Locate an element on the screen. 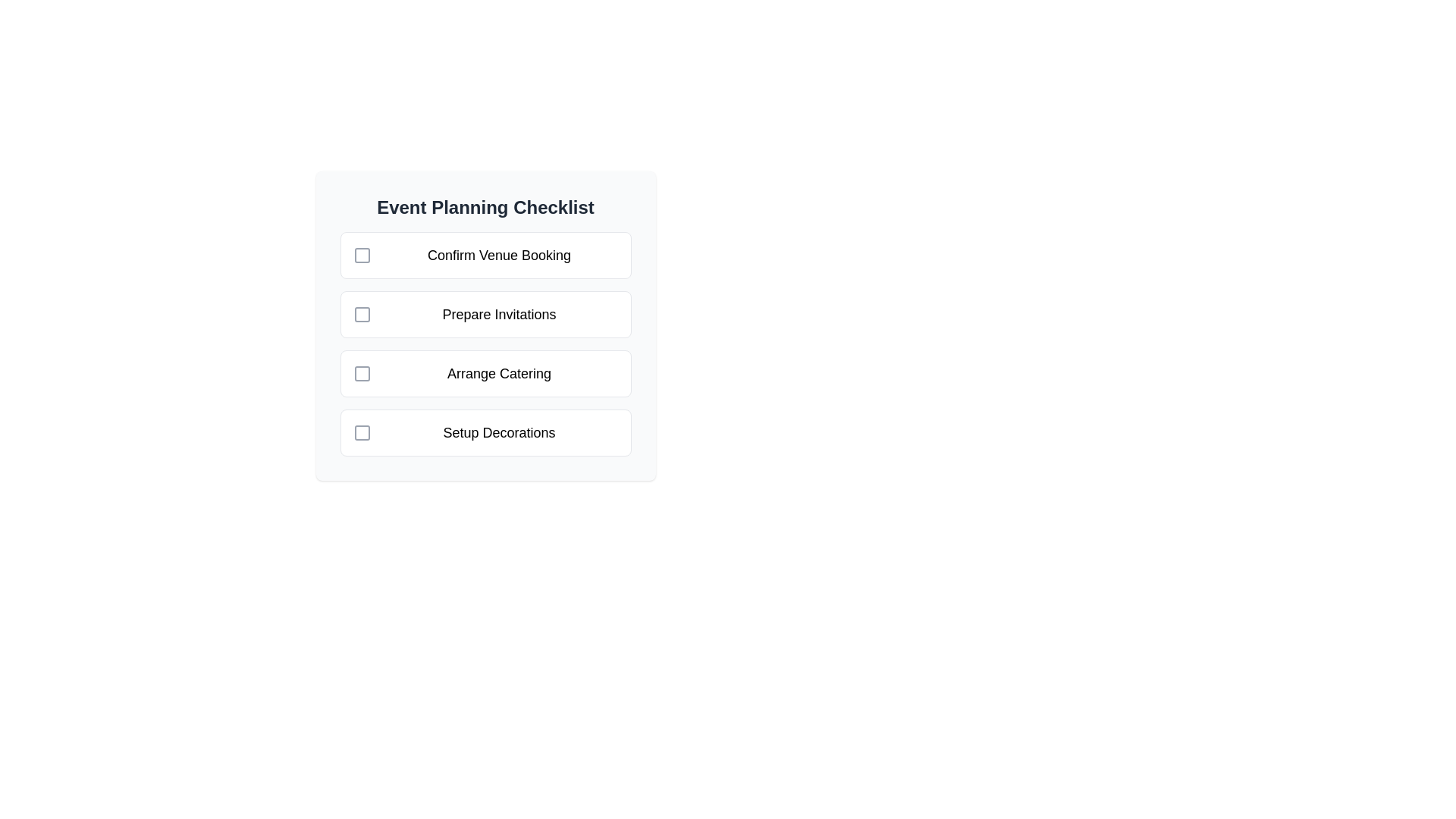 The width and height of the screenshot is (1456, 819). the checkbox for the 'Setup Decorations' task is located at coordinates (361, 432).